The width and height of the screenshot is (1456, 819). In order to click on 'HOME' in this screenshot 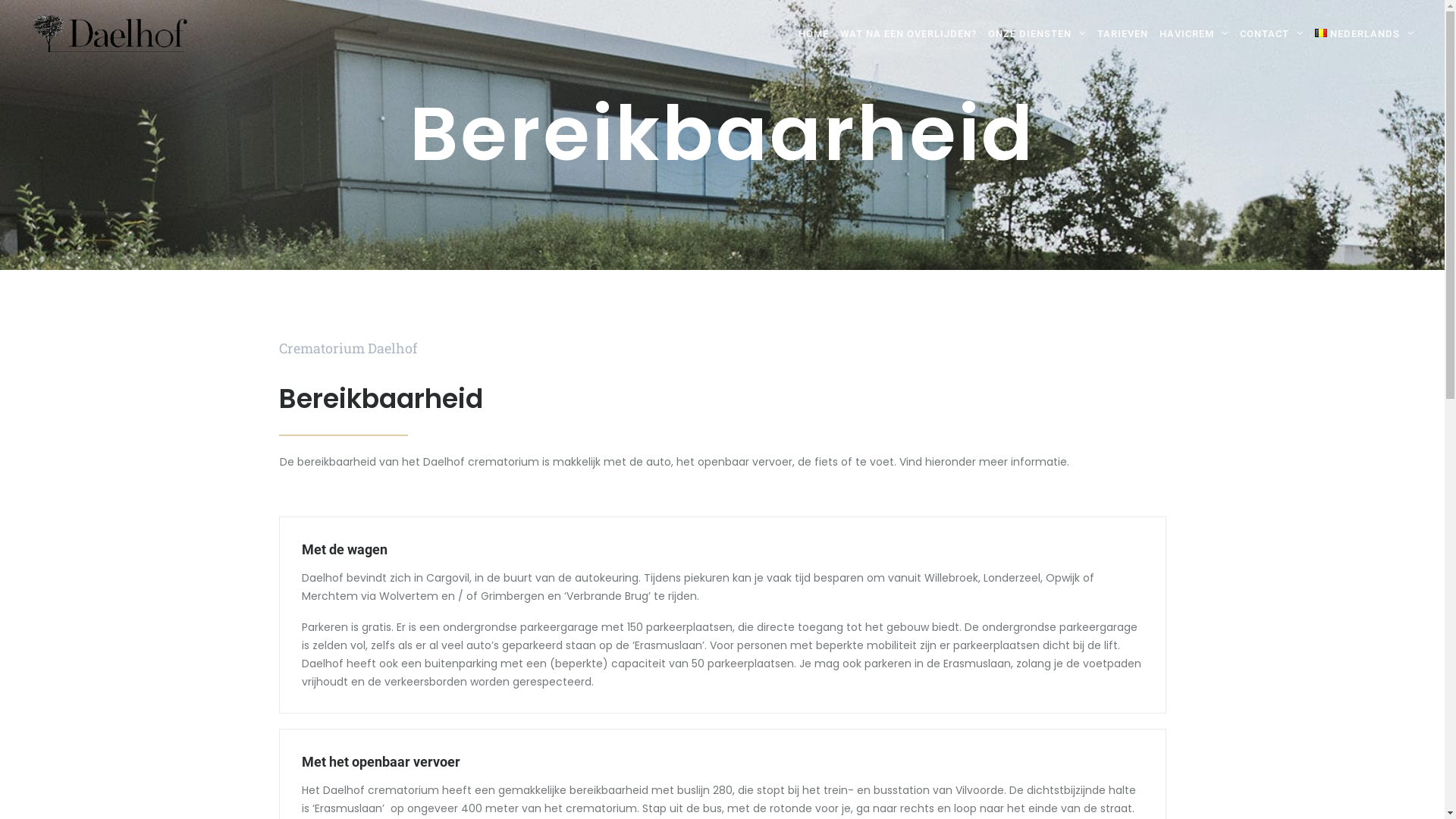, I will do `click(813, 34)`.